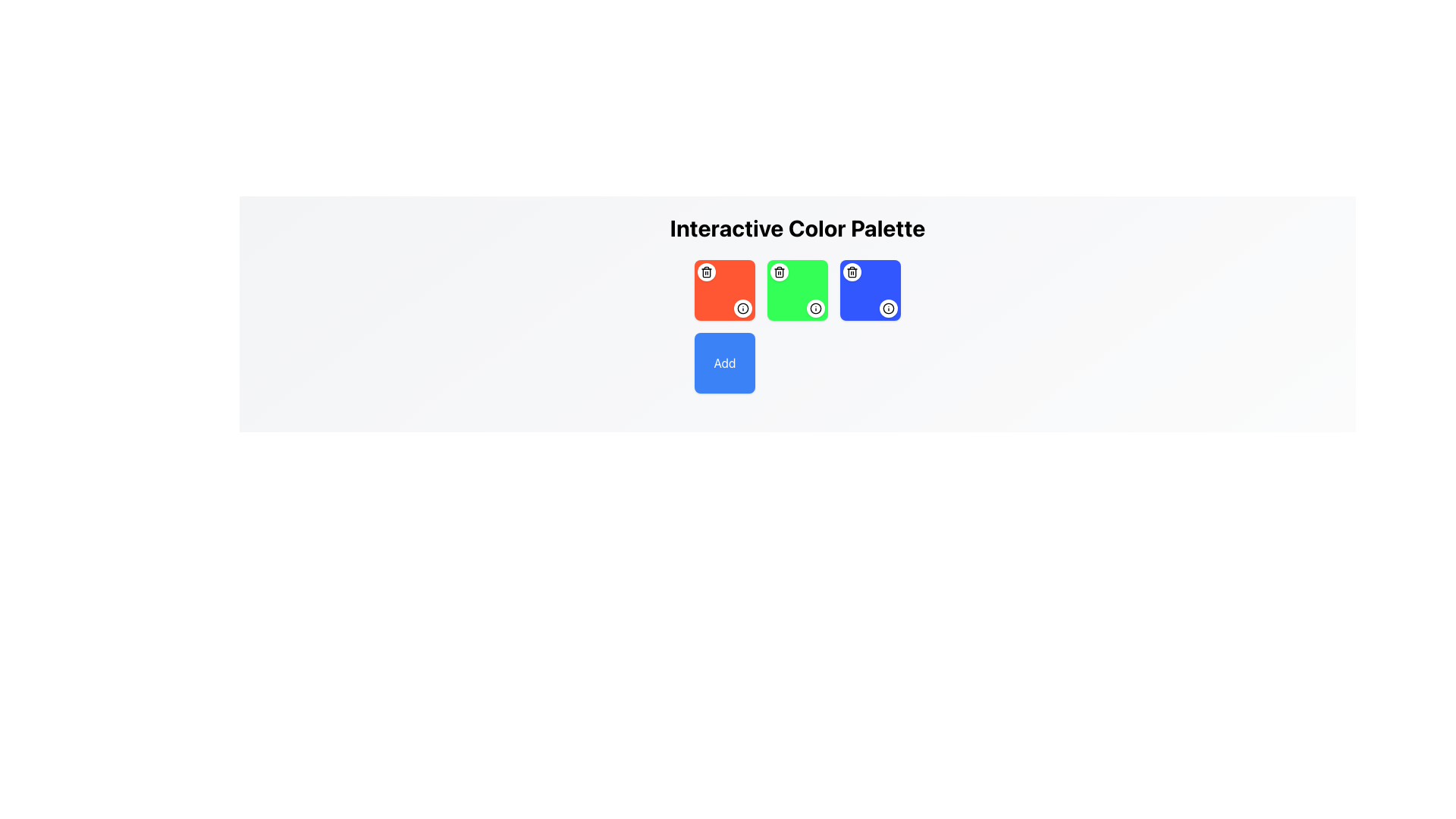 This screenshot has width=1456, height=819. What do you see at coordinates (779, 271) in the screenshot?
I see `the trash icon button, which is a minimalistic outlined trash can situated in the top-left area of a green tile` at bounding box center [779, 271].